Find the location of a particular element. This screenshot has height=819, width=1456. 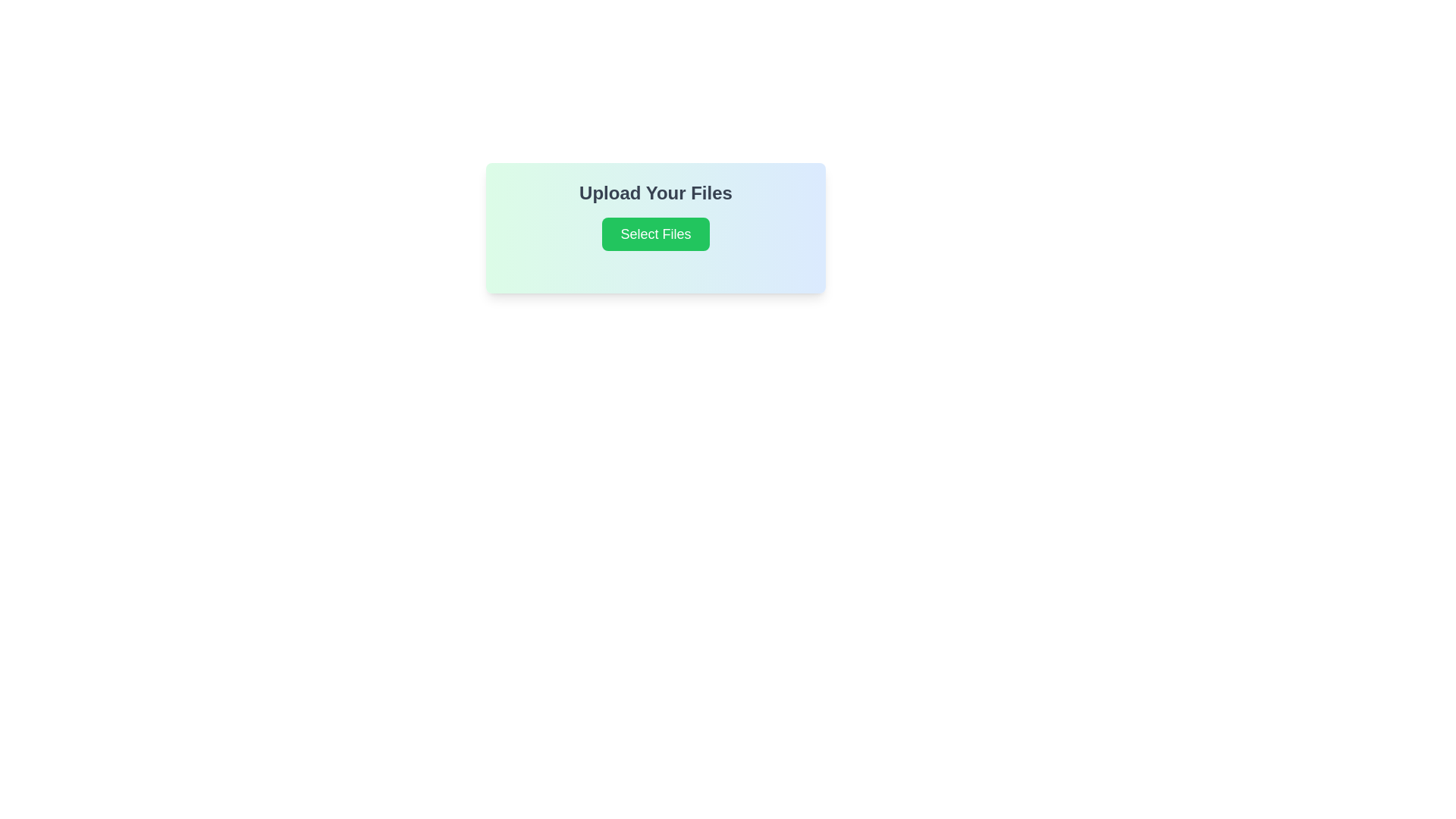

the Header text which informs users that files can be uploaded, located above the 'Select Files' button is located at coordinates (655, 192).